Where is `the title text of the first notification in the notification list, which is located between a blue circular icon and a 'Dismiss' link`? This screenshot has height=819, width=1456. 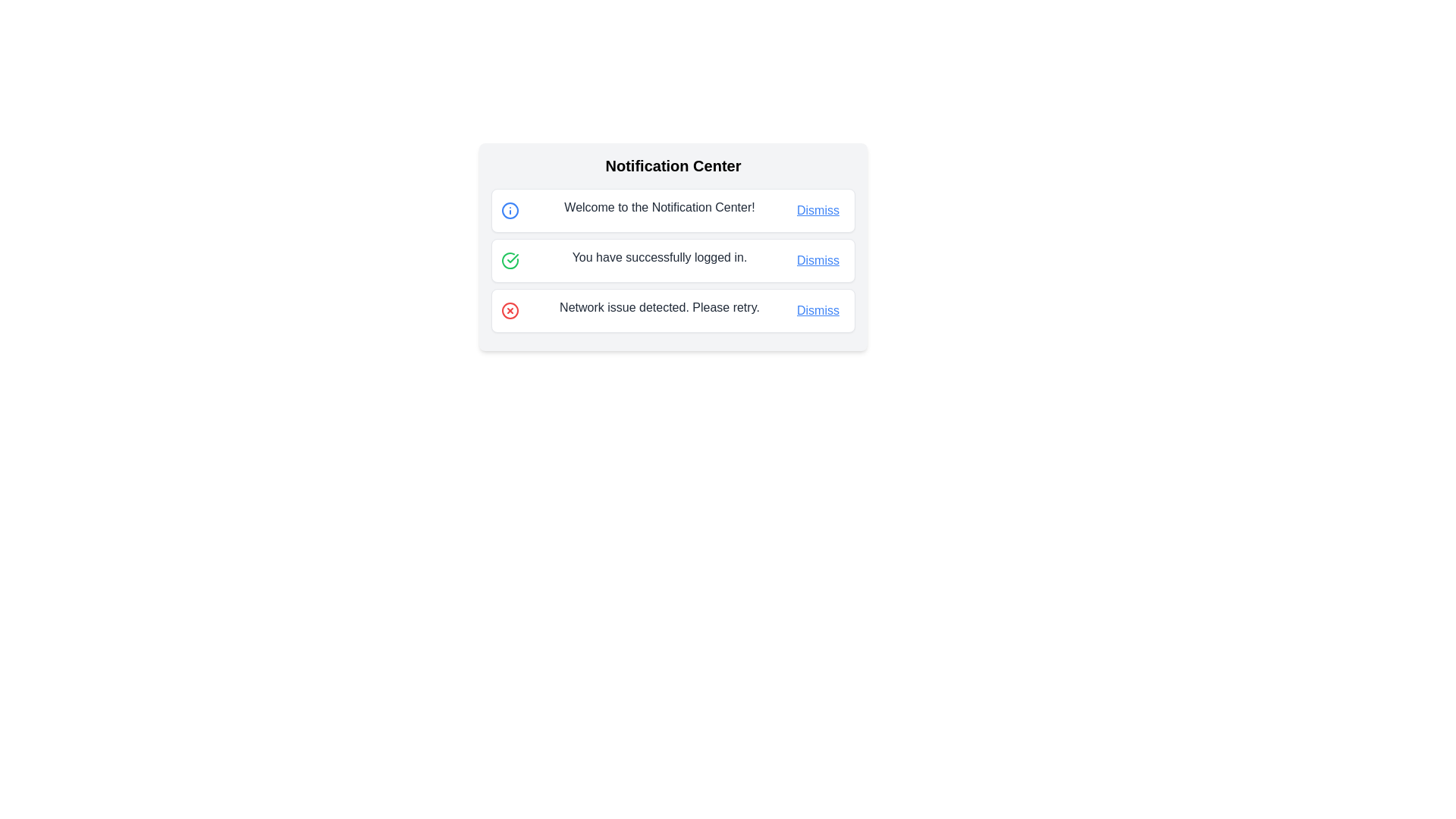 the title text of the first notification in the notification list, which is located between a blue circular icon and a 'Dismiss' link is located at coordinates (659, 207).